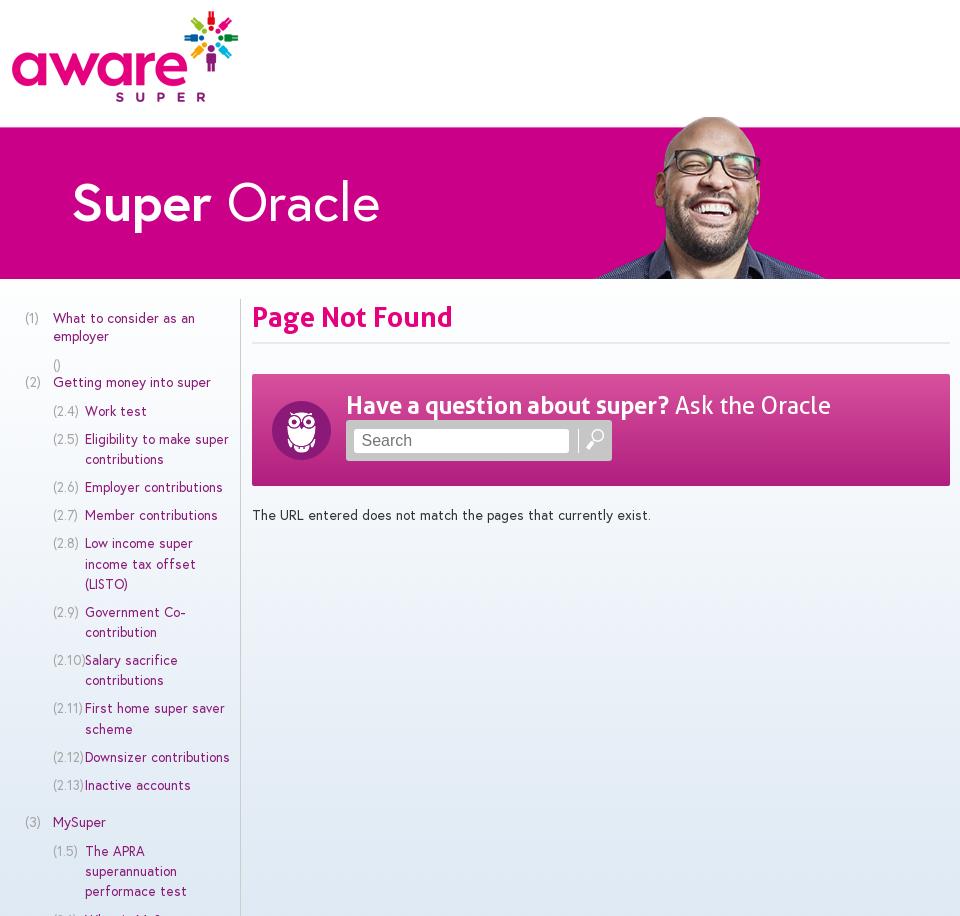 The image size is (960, 916). I want to click on '(3)', so click(30, 822).